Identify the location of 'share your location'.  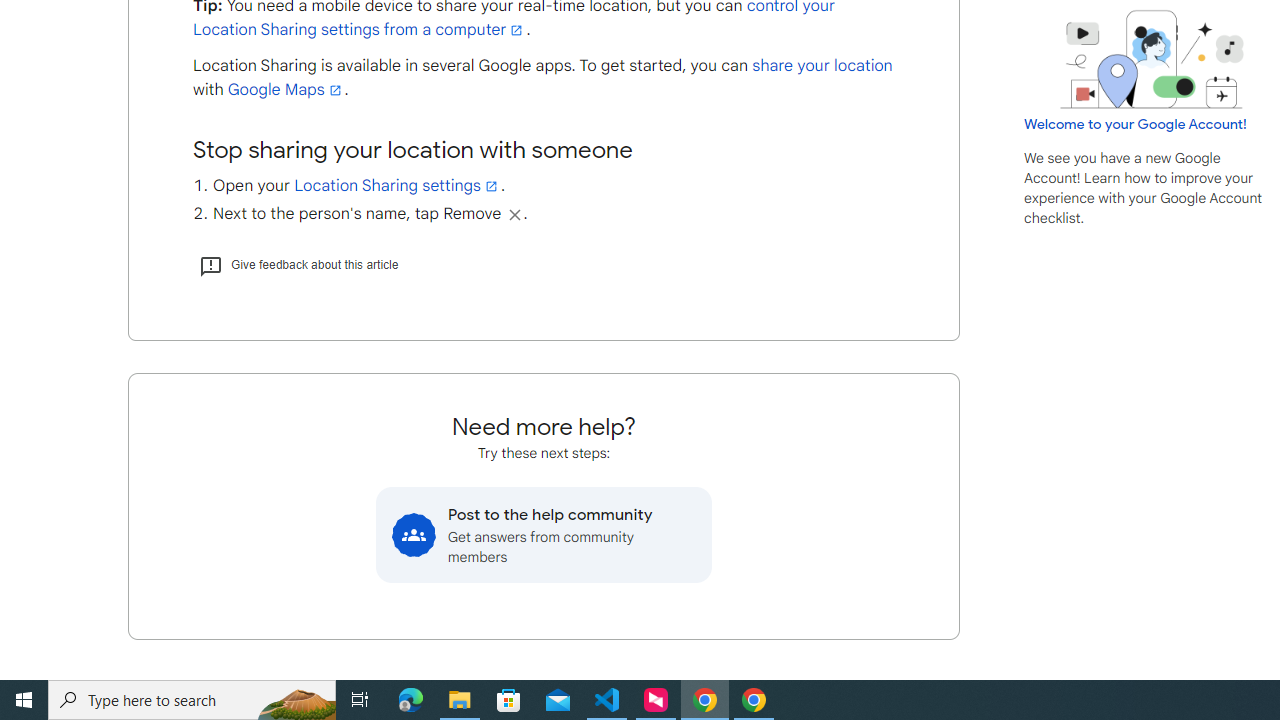
(823, 65).